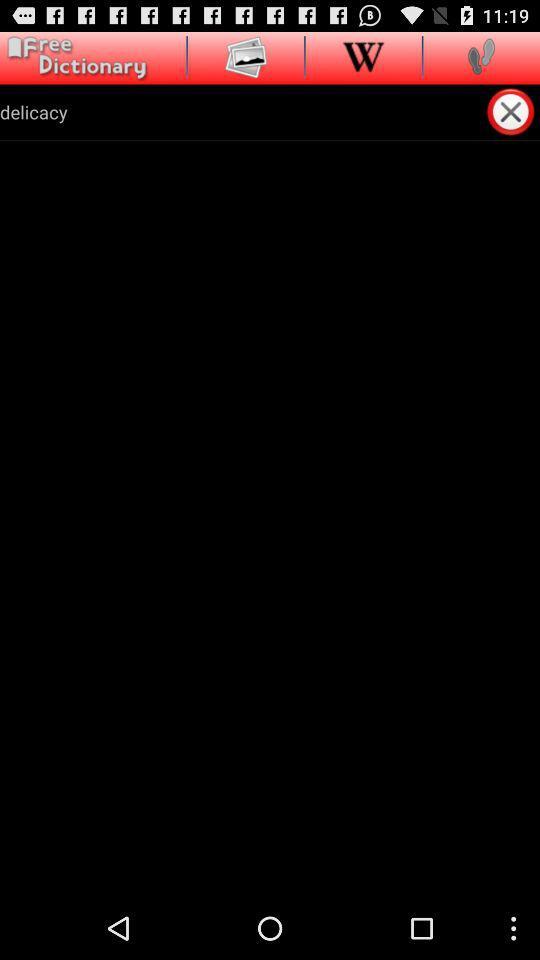 This screenshot has height=960, width=540. What do you see at coordinates (73, 57) in the screenshot?
I see `home screen` at bounding box center [73, 57].